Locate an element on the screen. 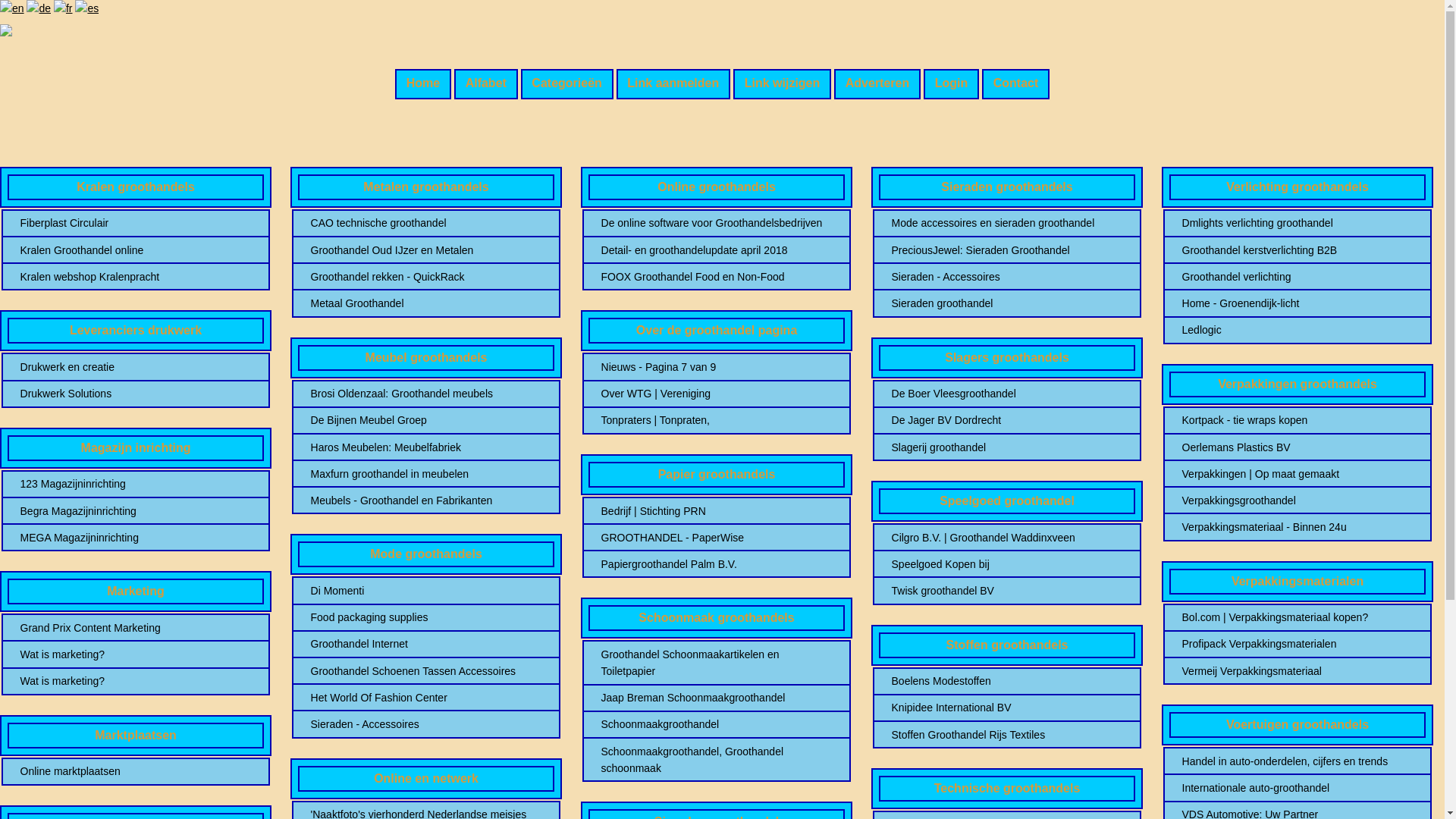  'Haros Meubelen: Meubelfabriek' is located at coordinates (425, 447).